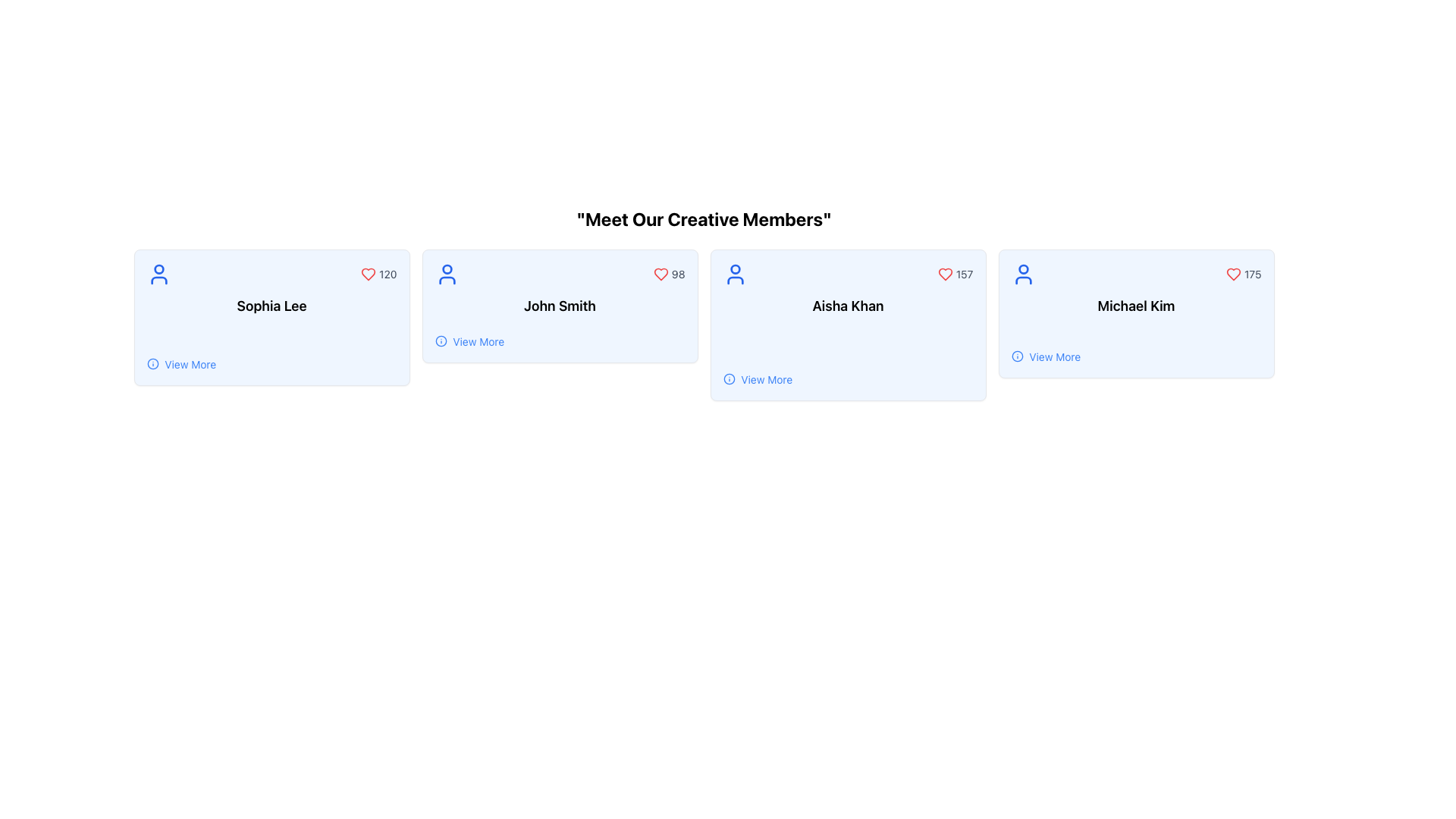 The height and width of the screenshot is (819, 1456). What do you see at coordinates (1017, 356) in the screenshot?
I see `the Informational Icon located to the left of the 'View More' text link in the card associated with 'Michael Kim'` at bounding box center [1017, 356].